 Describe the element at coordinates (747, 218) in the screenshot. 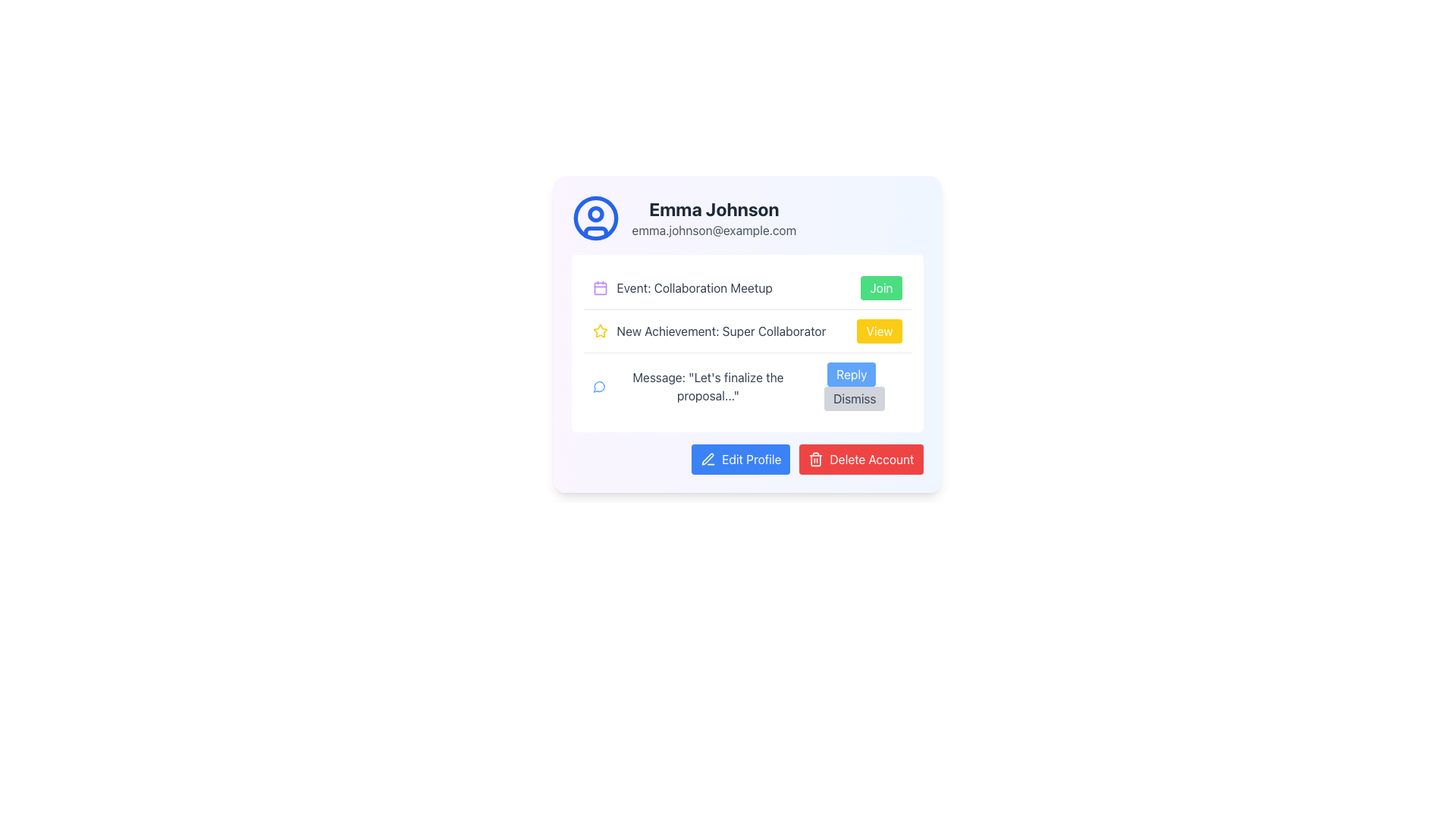

I see `the Profile Header which displays the user's name and email address` at that location.